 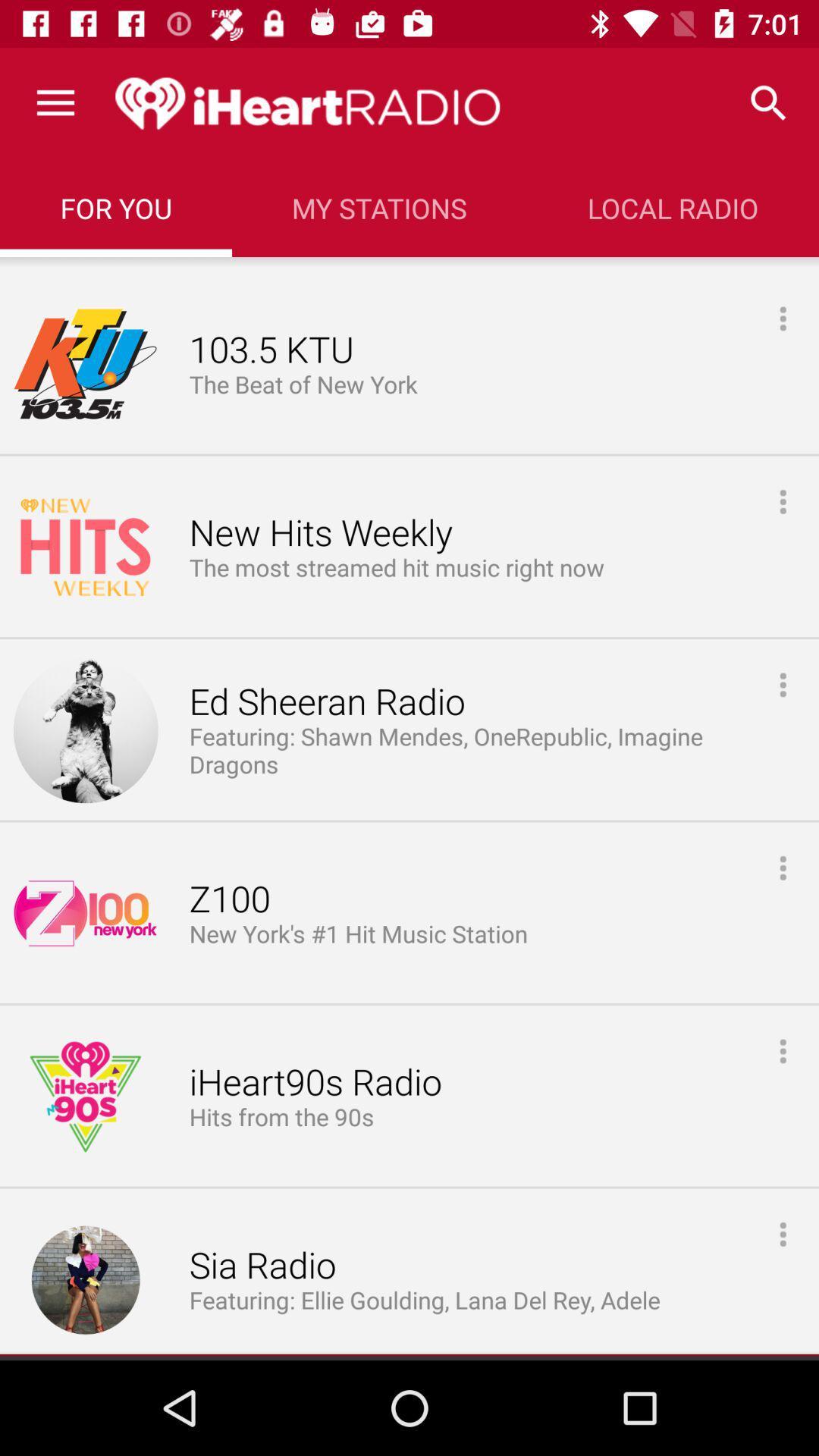 What do you see at coordinates (320, 533) in the screenshot?
I see `item above the the most streamed icon` at bounding box center [320, 533].